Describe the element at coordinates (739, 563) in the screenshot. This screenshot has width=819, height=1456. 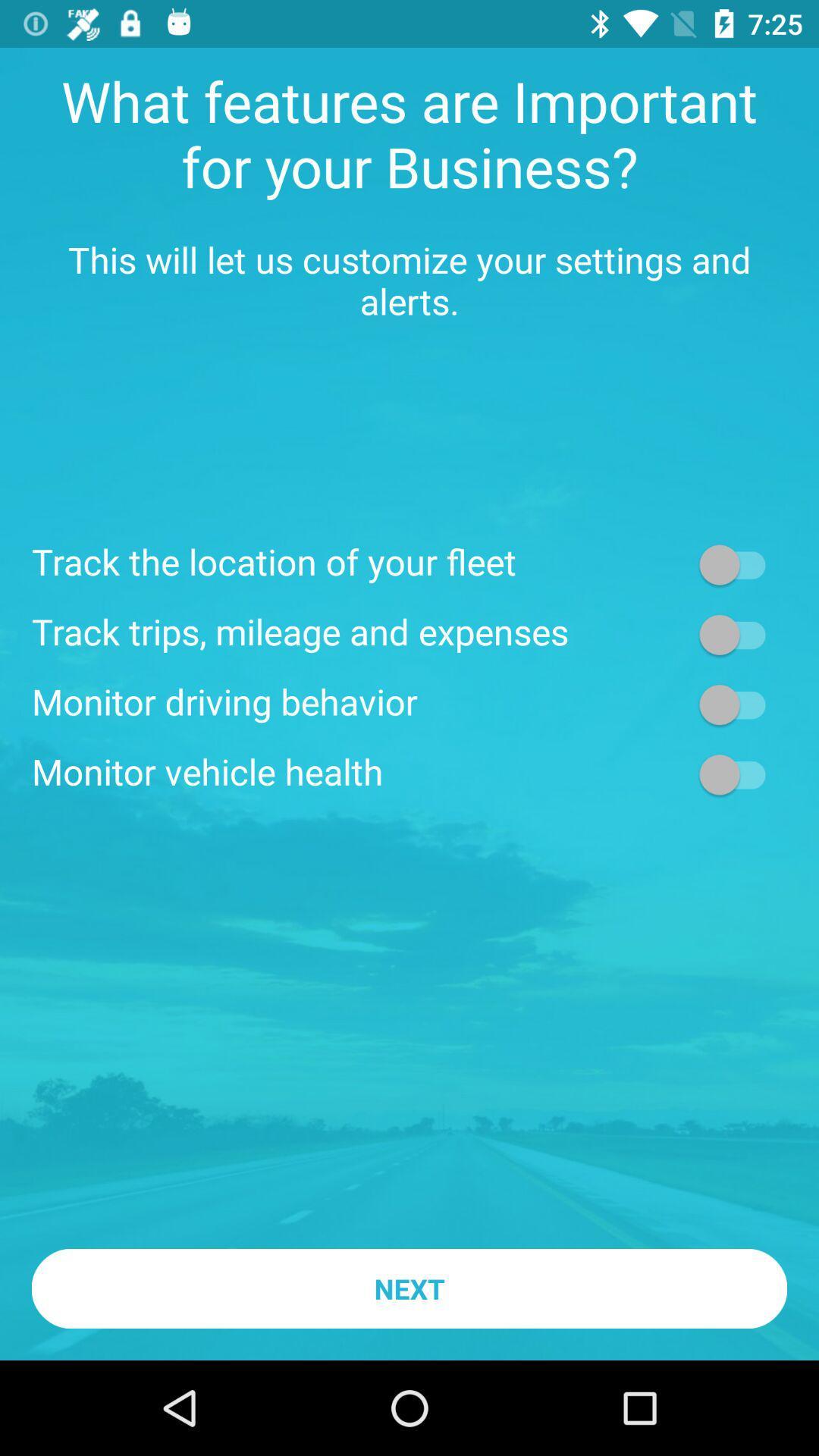
I see `track location control button` at that location.